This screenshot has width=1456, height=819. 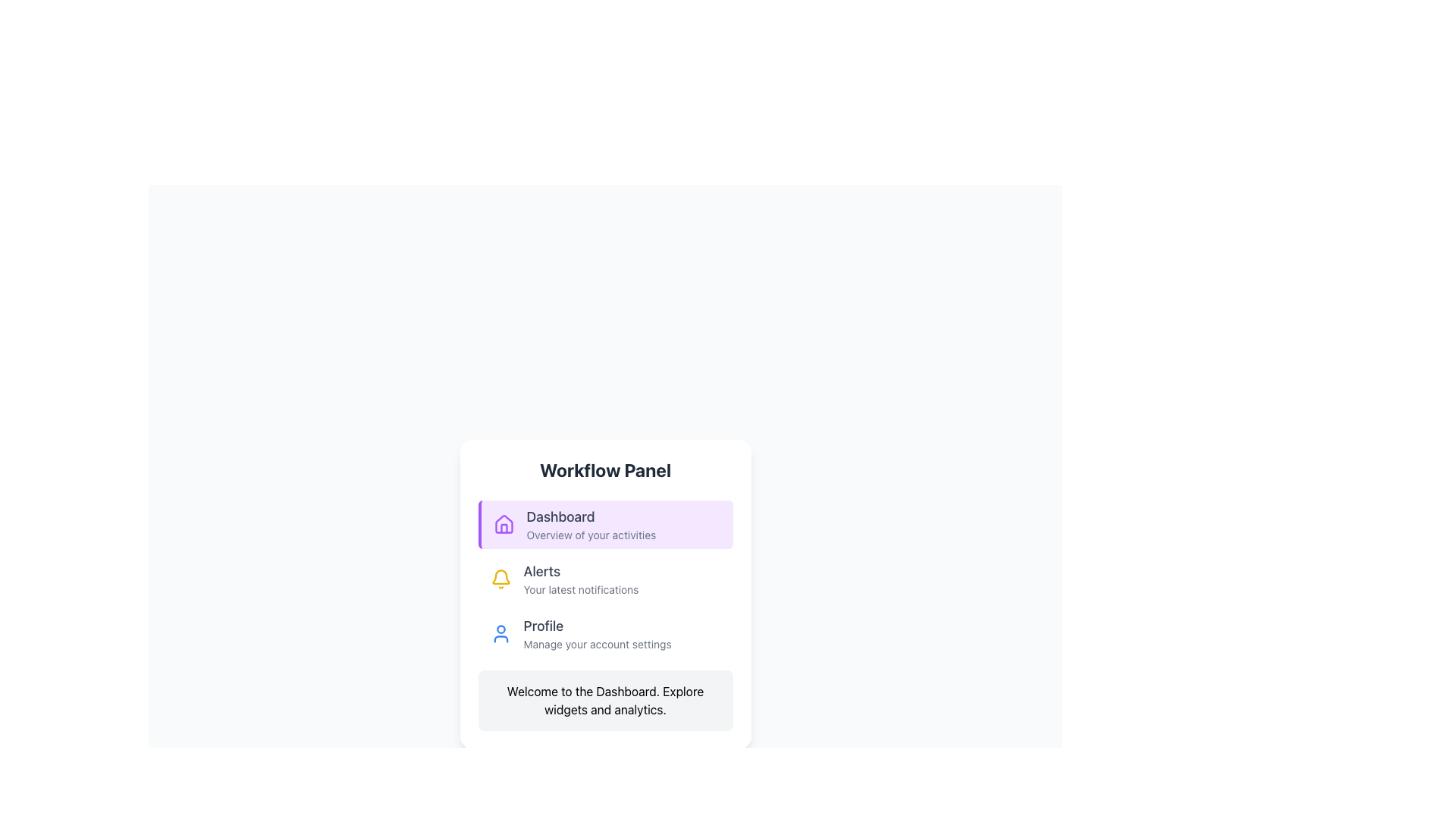 What do you see at coordinates (597, 644) in the screenshot?
I see `the static text label displaying 'Manage your account settings', which is located below the 'Profile' headline in the Profile section of the panel` at bounding box center [597, 644].